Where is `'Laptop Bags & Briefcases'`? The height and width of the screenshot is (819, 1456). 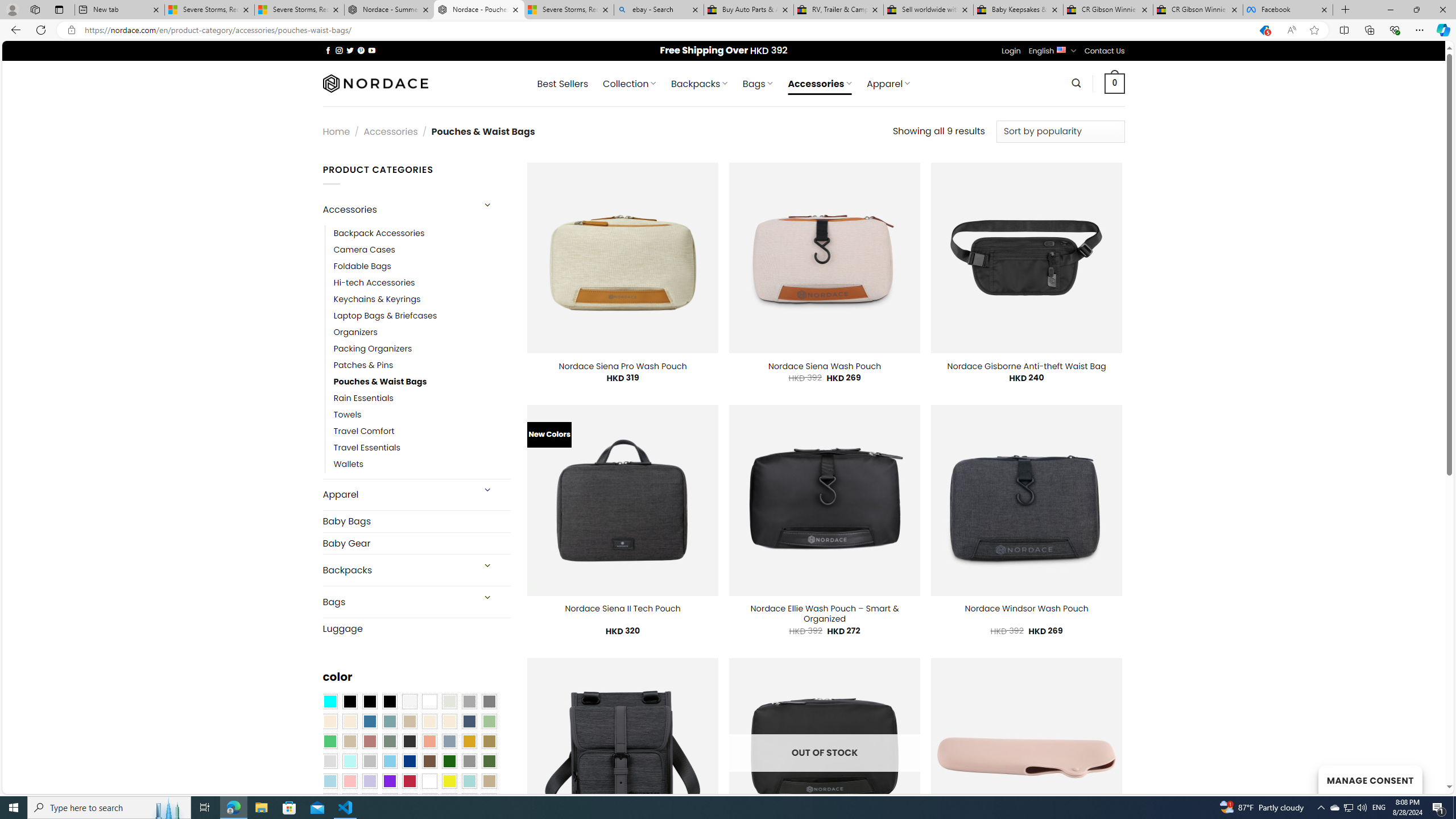 'Laptop Bags & Briefcases' is located at coordinates (384, 316).